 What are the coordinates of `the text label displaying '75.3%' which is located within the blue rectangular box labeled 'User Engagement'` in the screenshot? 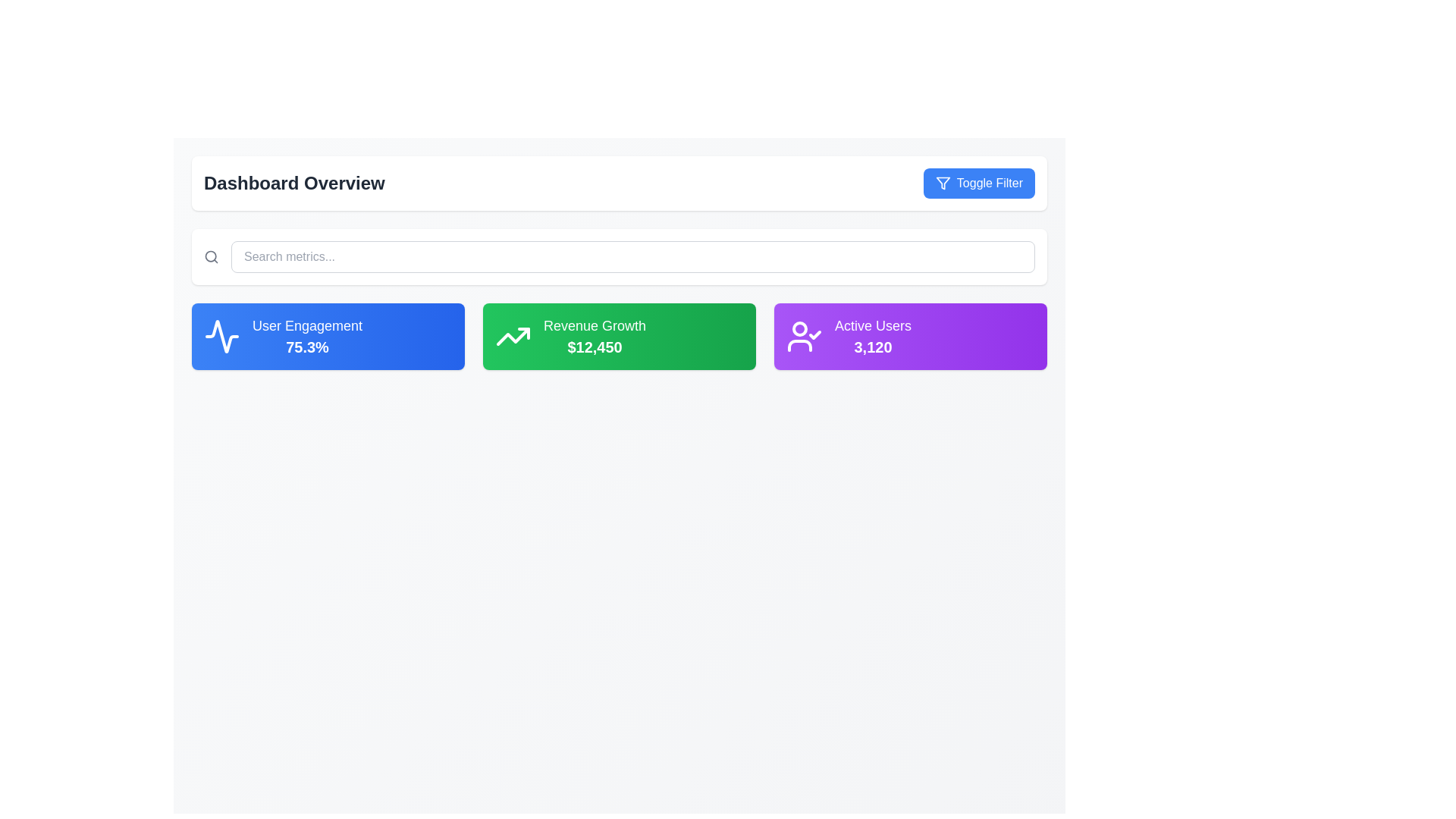 It's located at (306, 347).